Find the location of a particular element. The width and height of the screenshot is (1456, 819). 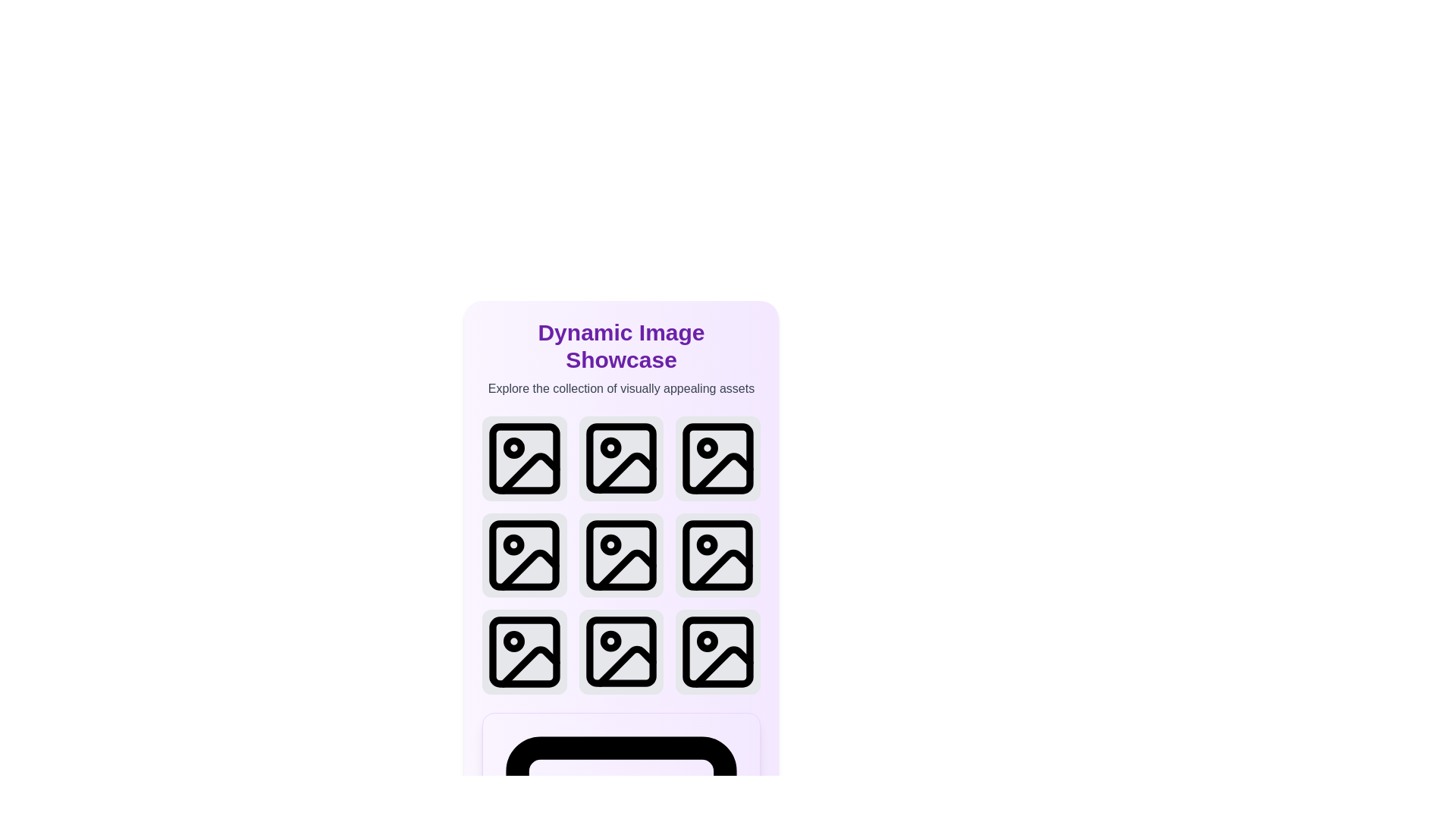

the graphical marker (circle) located in the second row and first column of the displayed grid is located at coordinates (513, 544).